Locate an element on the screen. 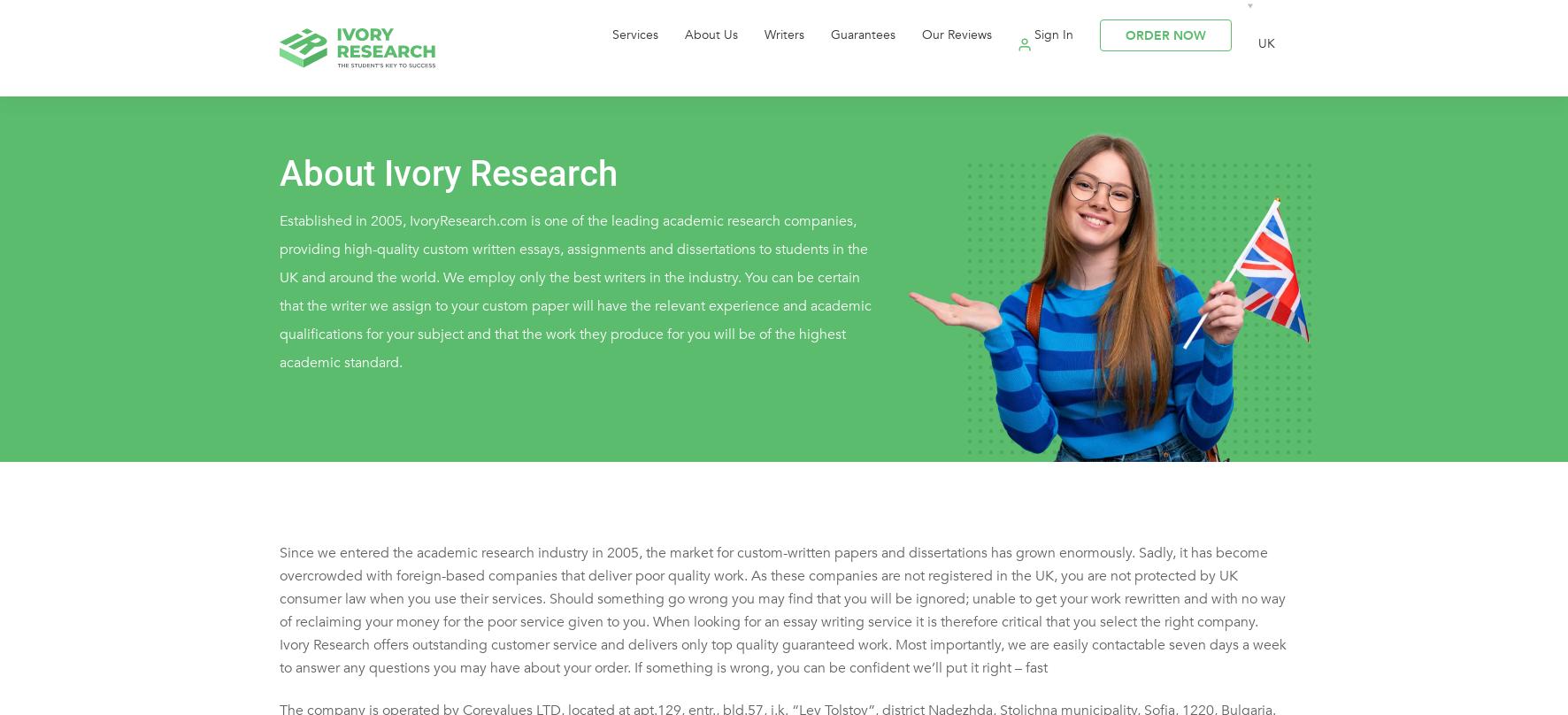 This screenshot has width=1568, height=715. 'ES' is located at coordinates (1227, 147).